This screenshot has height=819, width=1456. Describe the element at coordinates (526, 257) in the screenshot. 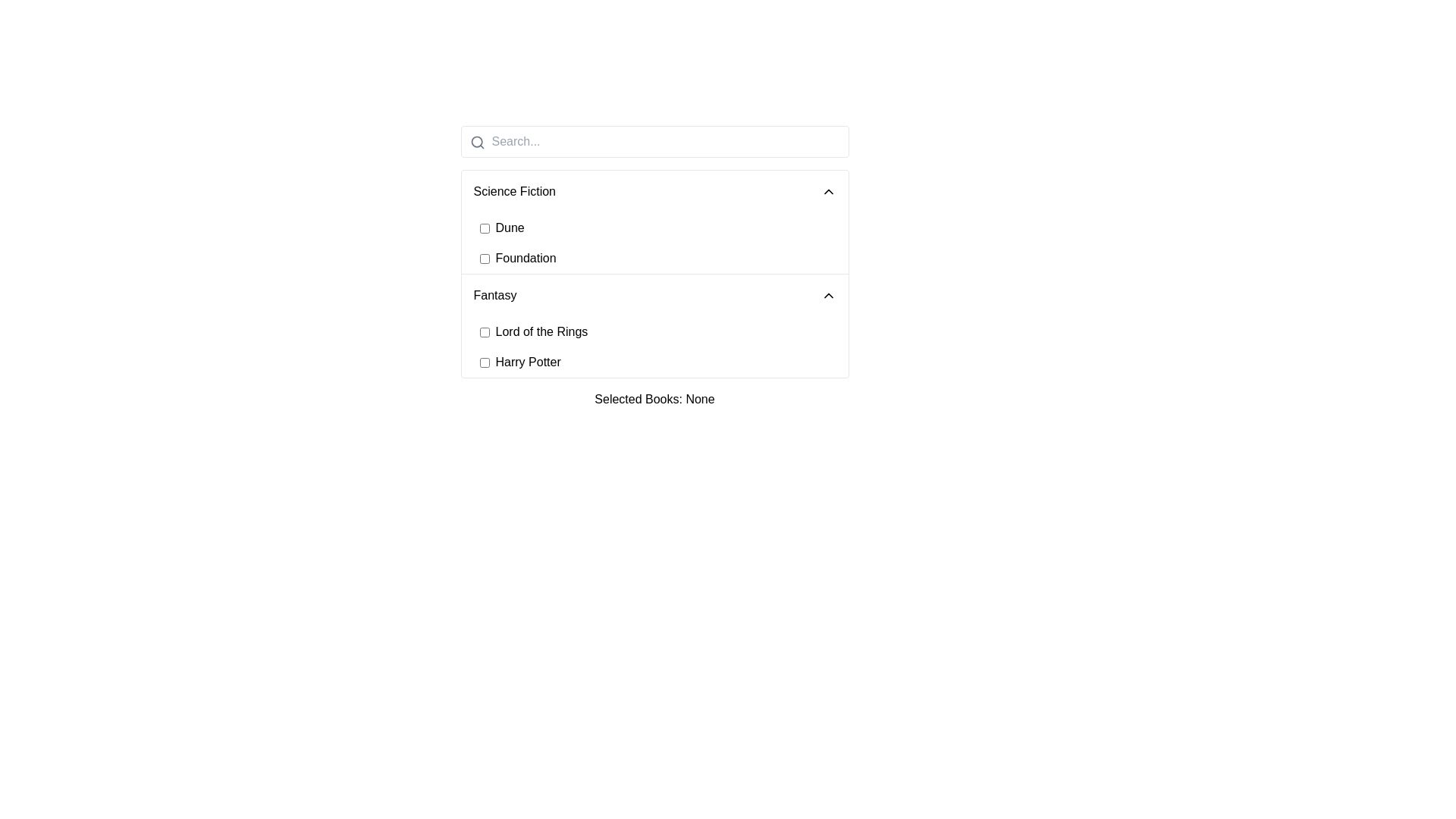

I see `the text label displaying 'Foundation' to focus, which is associated with the second checkbox under the 'Science Fiction' category` at that location.